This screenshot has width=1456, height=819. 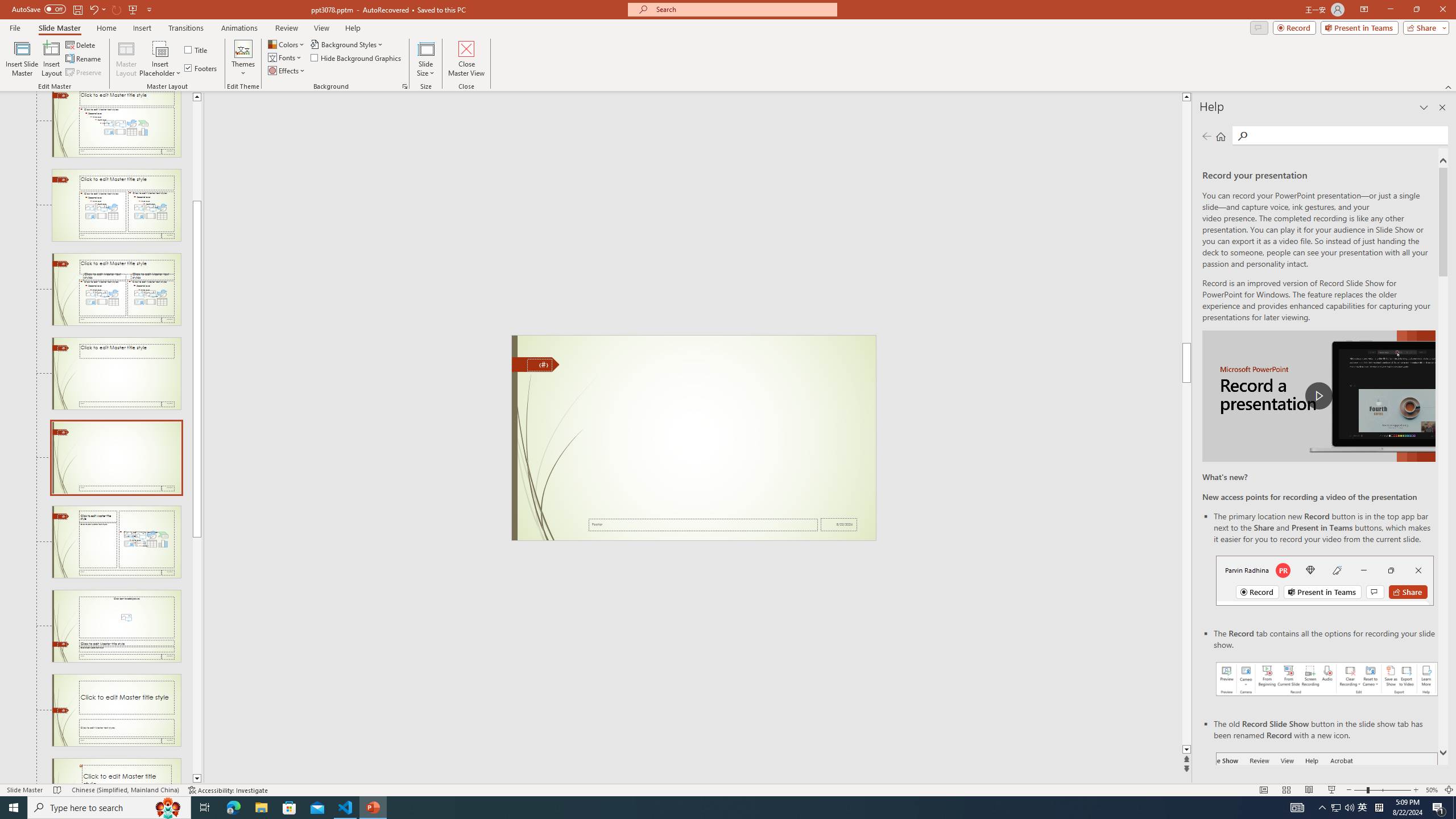 I want to click on 'Content', so click(x=160, y=48).